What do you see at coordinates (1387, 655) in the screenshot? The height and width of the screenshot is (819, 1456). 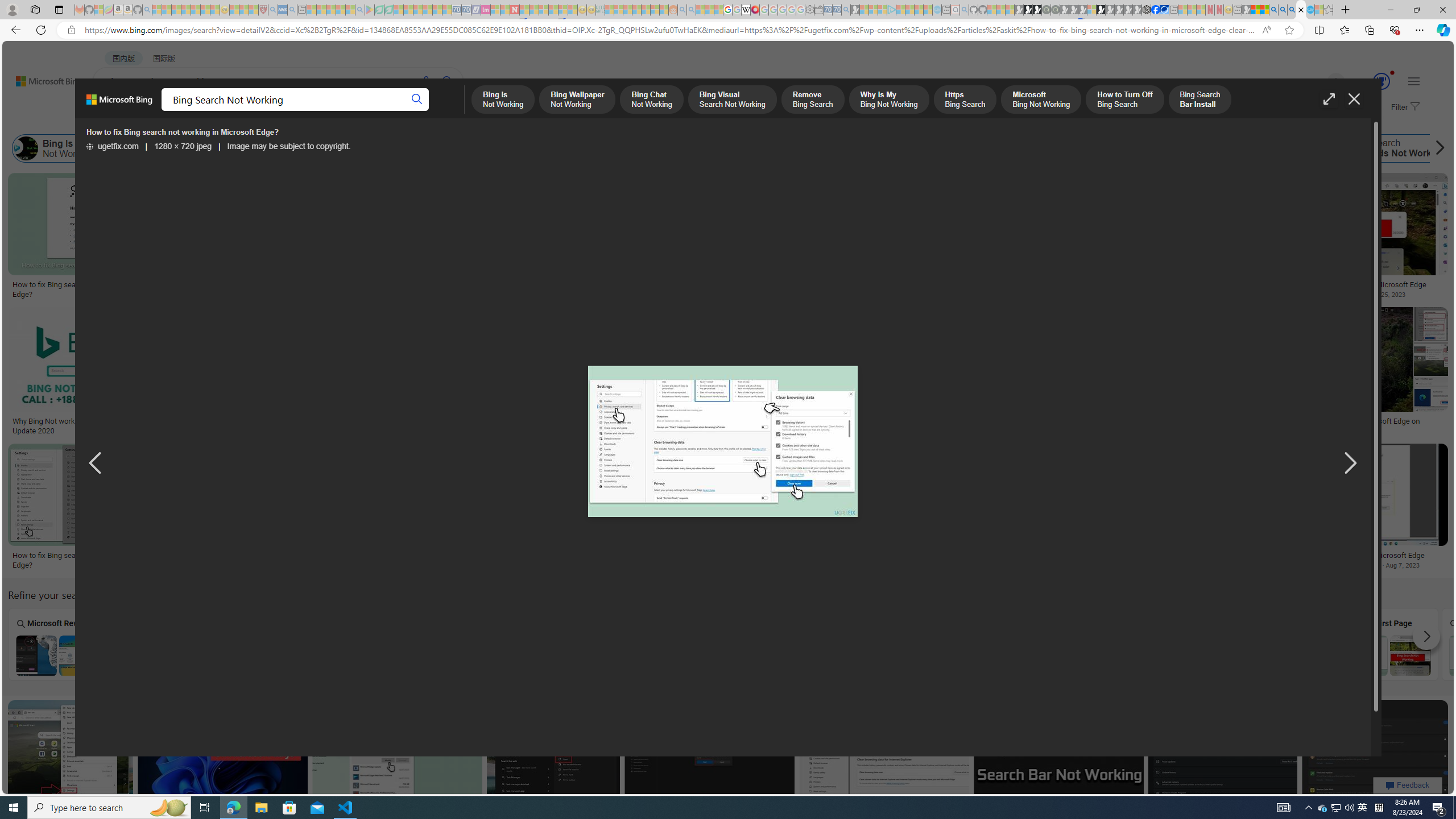 I see `'Why First Page of Bing Search Not Working'` at bounding box center [1387, 655].